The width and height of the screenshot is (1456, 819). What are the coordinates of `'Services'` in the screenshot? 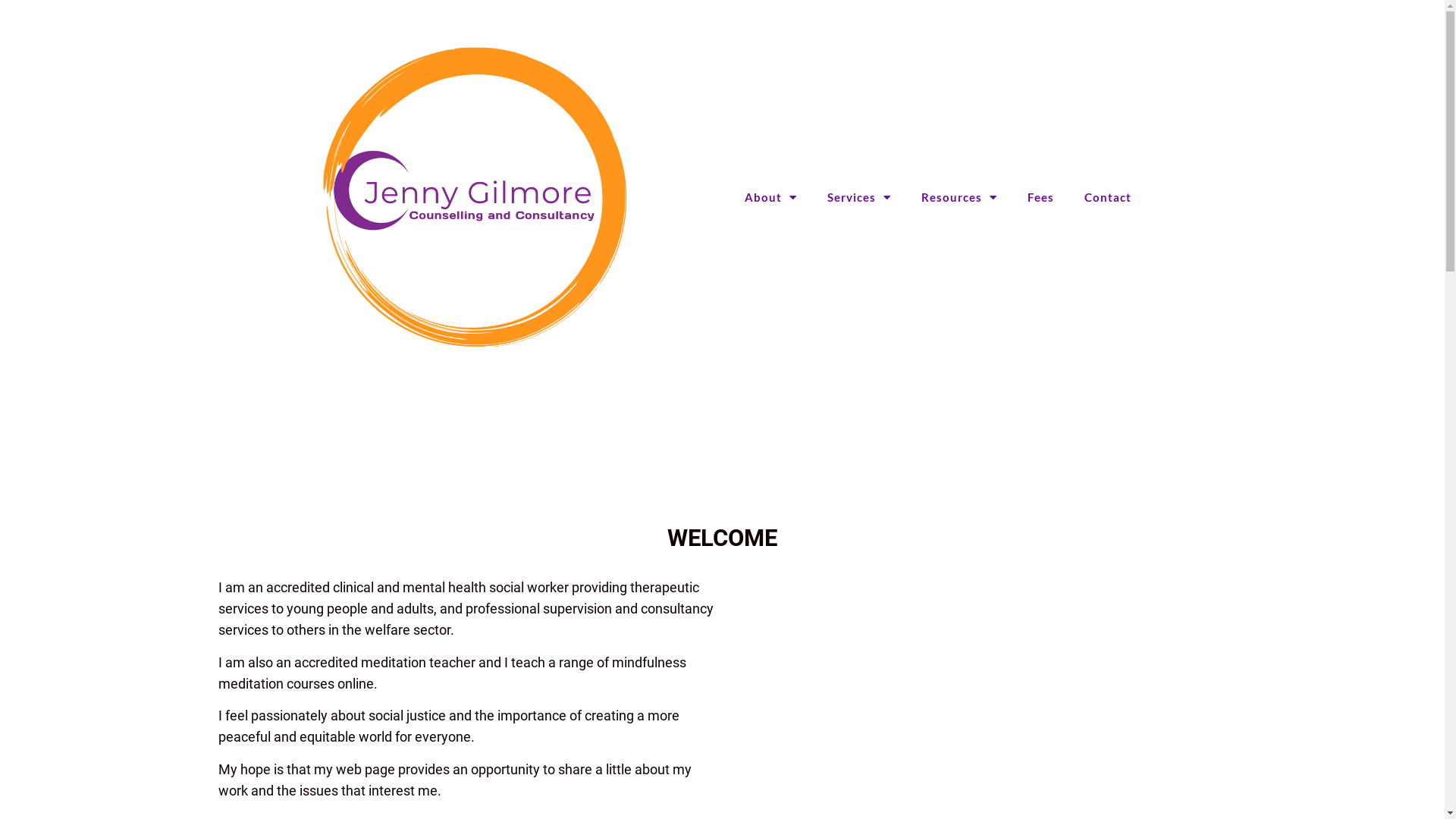 It's located at (858, 196).